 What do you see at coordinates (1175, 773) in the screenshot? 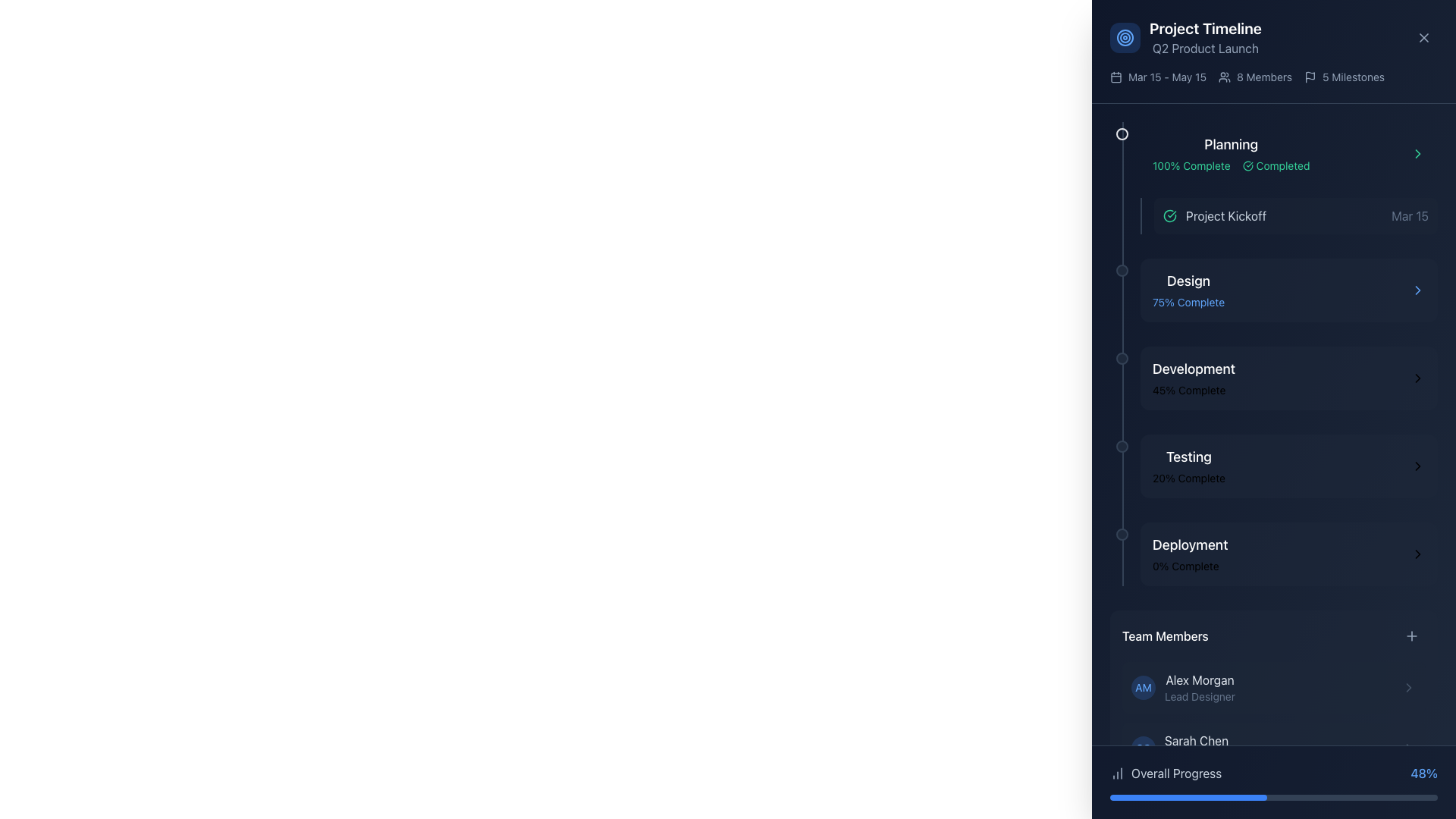
I see `the text label that indicates the overall progress of a project, which is located in the right-side column below the 'Team Members' section and adjacent to a graphical representation of progress` at bounding box center [1175, 773].